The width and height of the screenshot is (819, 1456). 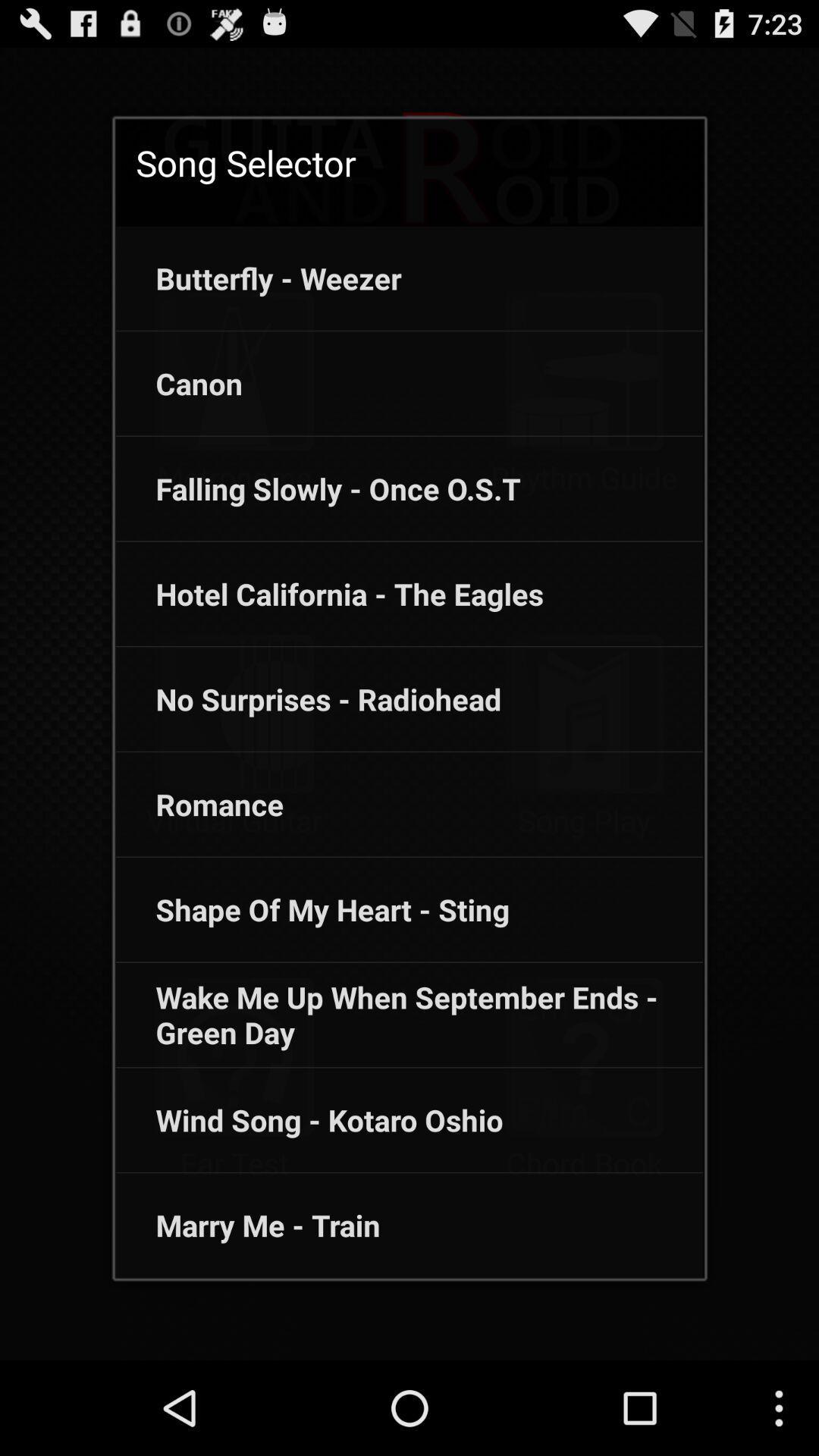 I want to click on the no surprises - radiohead app, so click(x=308, y=698).